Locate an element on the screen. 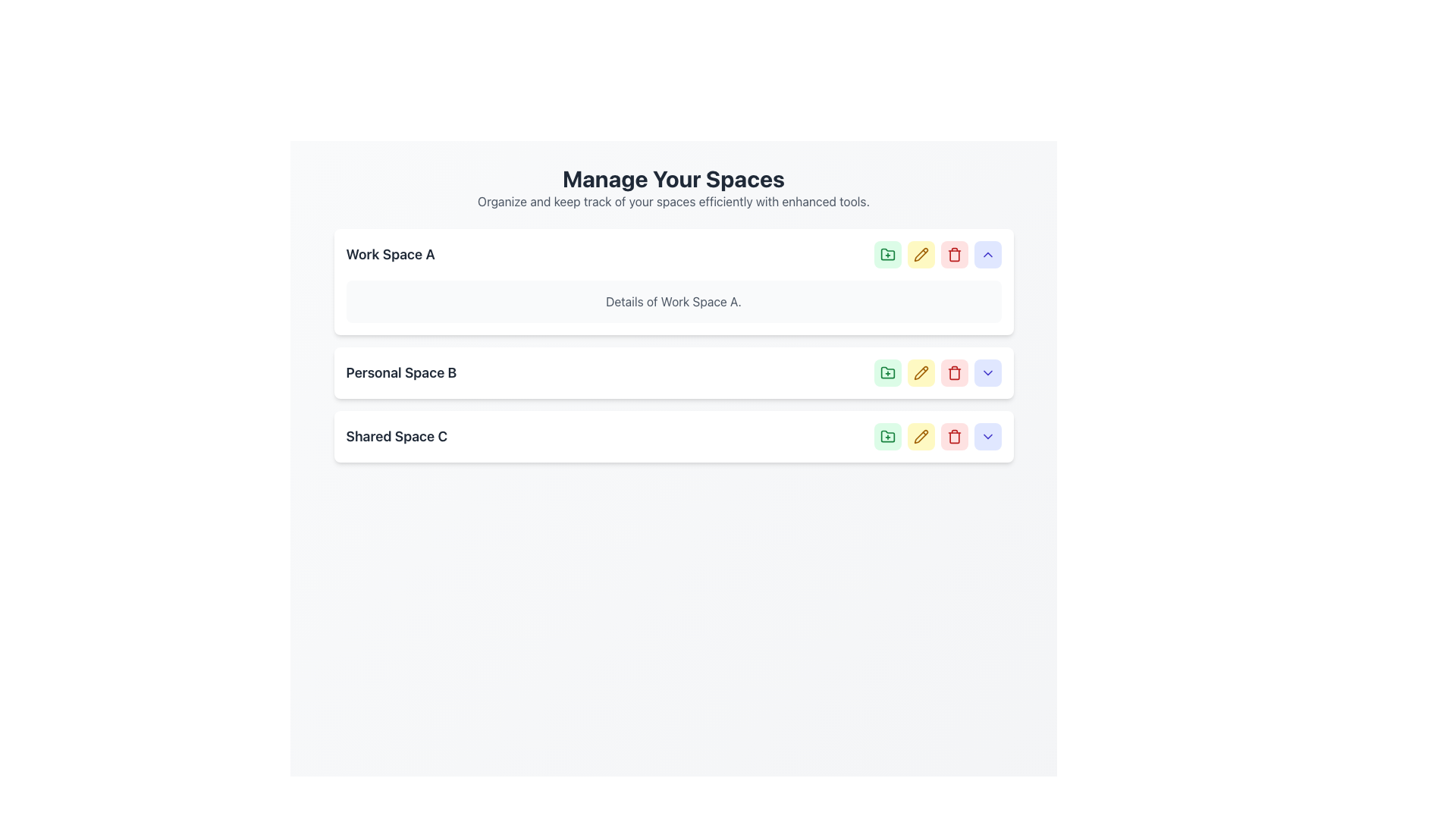 This screenshot has height=819, width=1456. the edit tool icon located in the control section of the 'Work Space A' card to initiate editing is located at coordinates (920, 253).